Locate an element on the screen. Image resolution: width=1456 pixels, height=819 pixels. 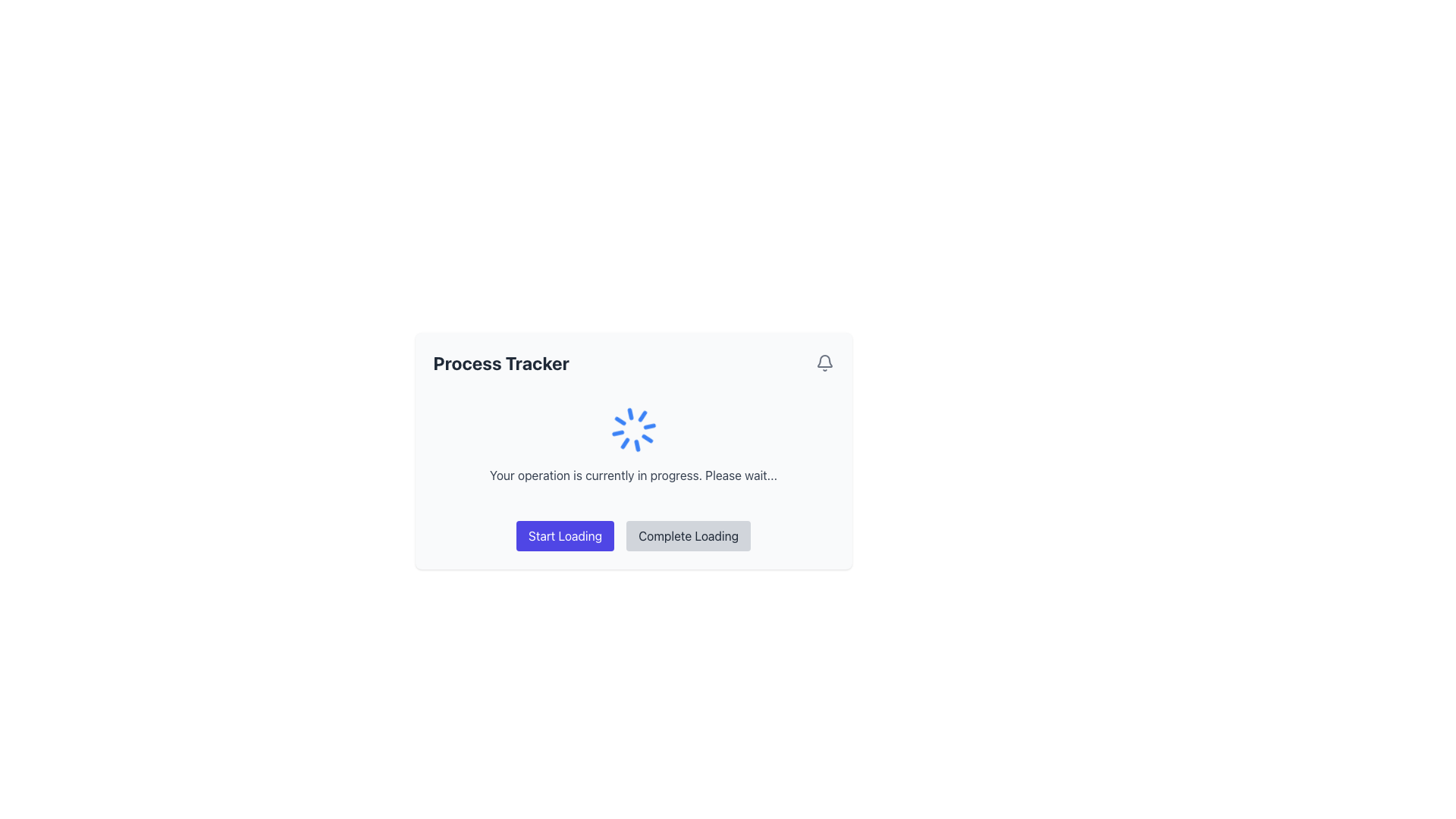
the bold, large text element displaying 'Process Tracker' located at the top-left corner of the card layout is located at coordinates (501, 362).